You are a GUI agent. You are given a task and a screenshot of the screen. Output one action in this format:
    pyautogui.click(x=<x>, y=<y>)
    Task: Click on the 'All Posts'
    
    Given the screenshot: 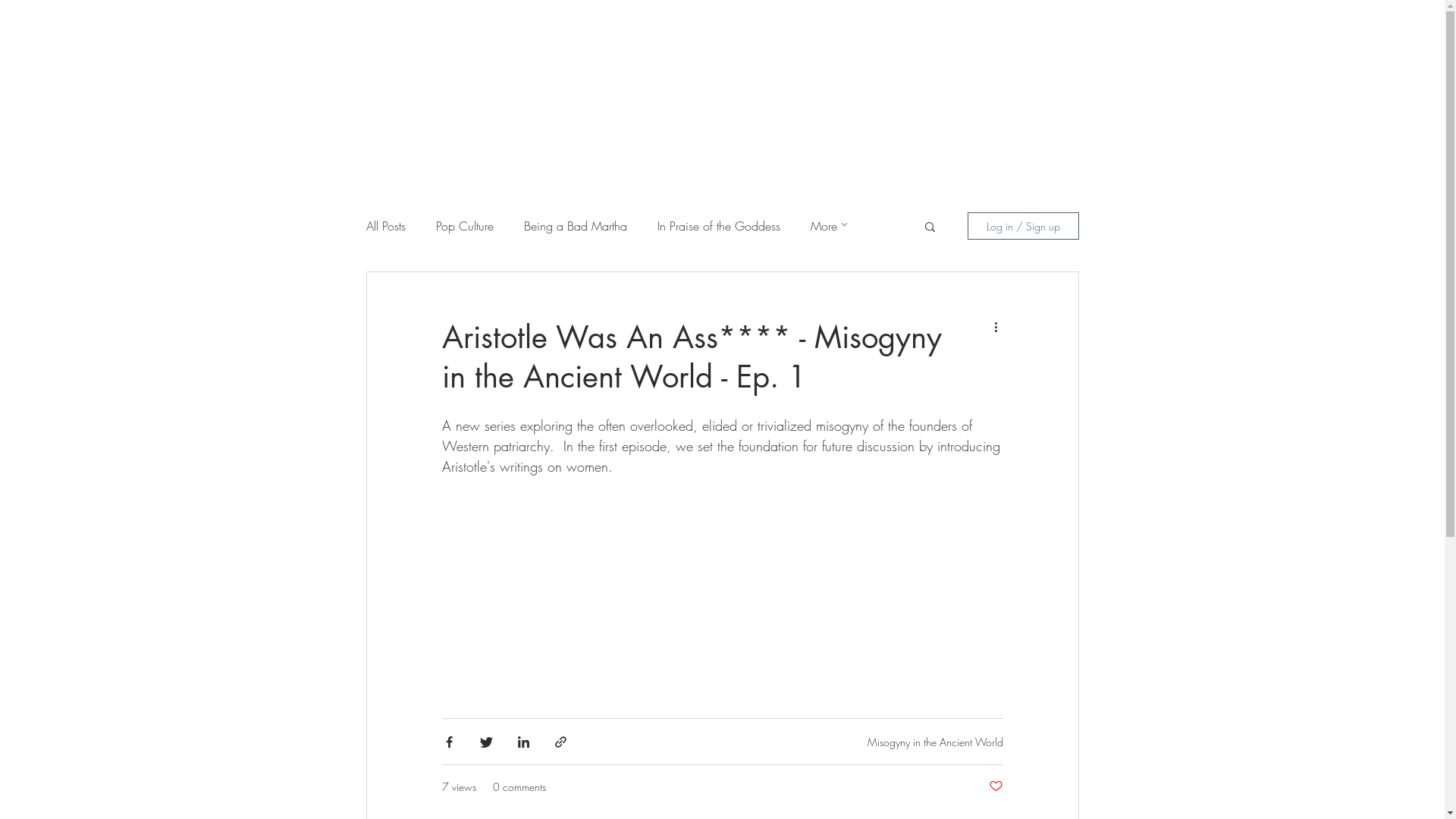 What is the action you would take?
    pyautogui.click(x=385, y=225)
    